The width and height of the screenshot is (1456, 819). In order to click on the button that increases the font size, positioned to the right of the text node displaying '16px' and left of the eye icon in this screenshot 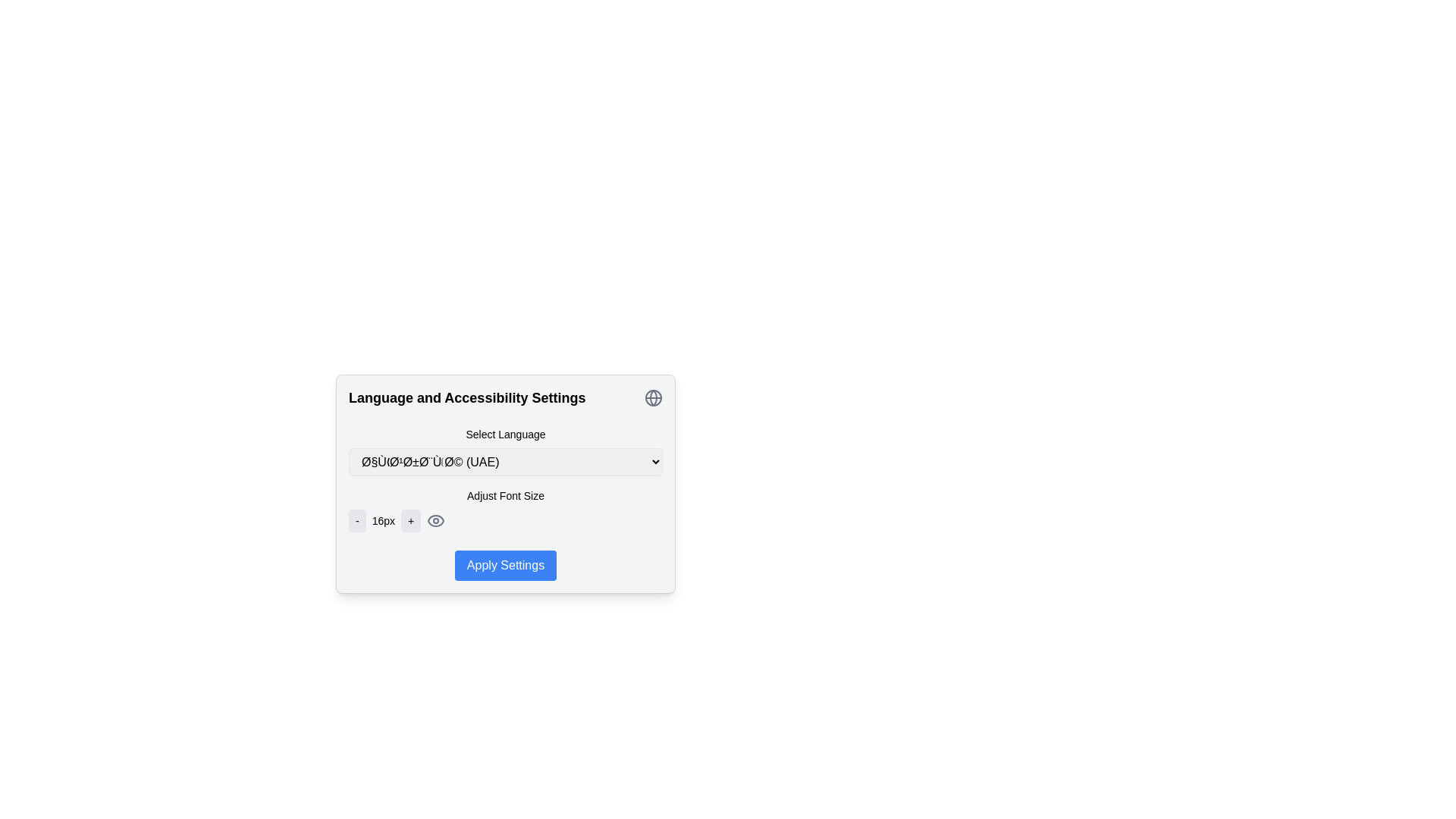, I will do `click(411, 519)`.